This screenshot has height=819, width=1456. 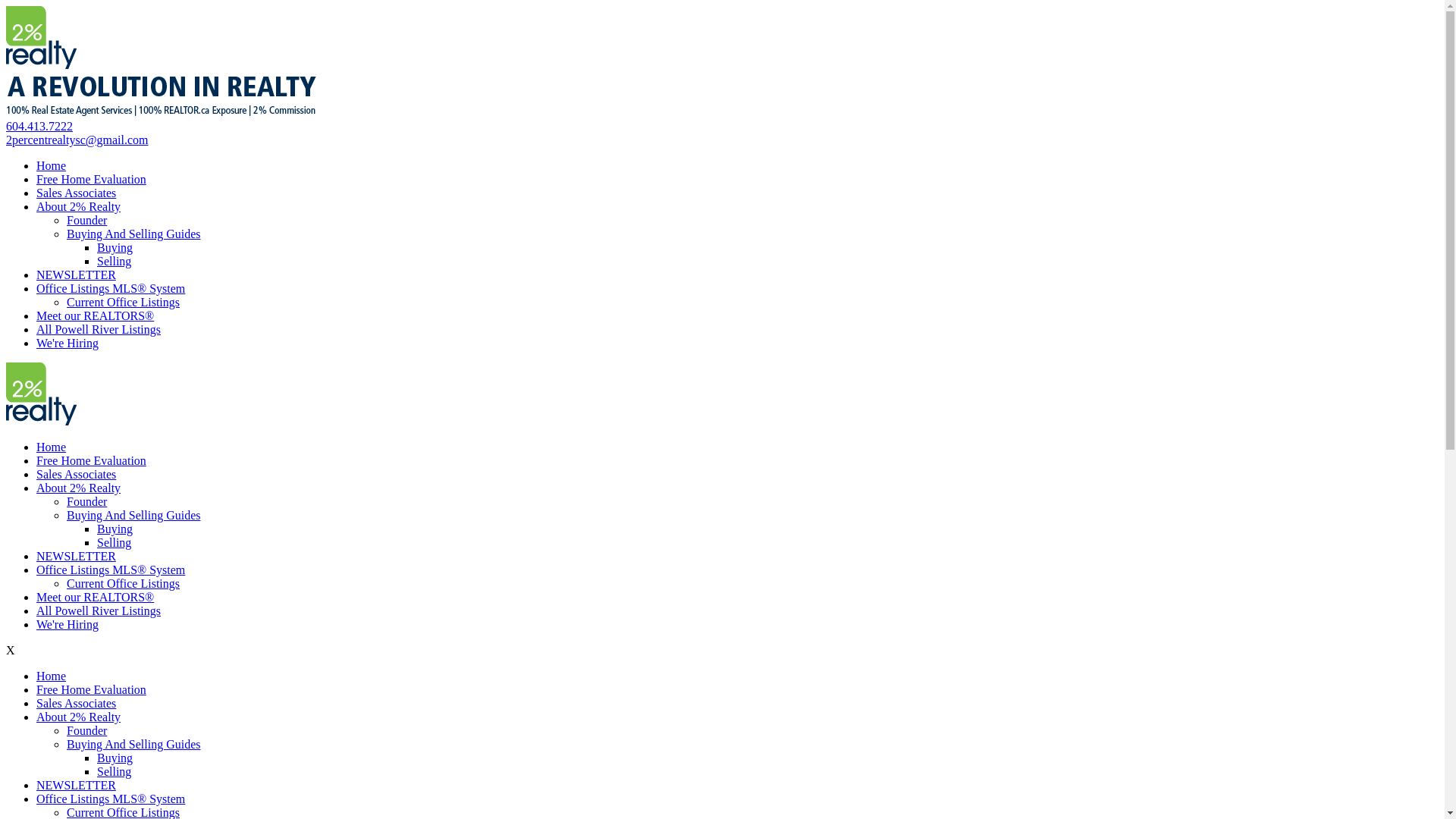 What do you see at coordinates (67, 343) in the screenshot?
I see `'We're Hiring'` at bounding box center [67, 343].